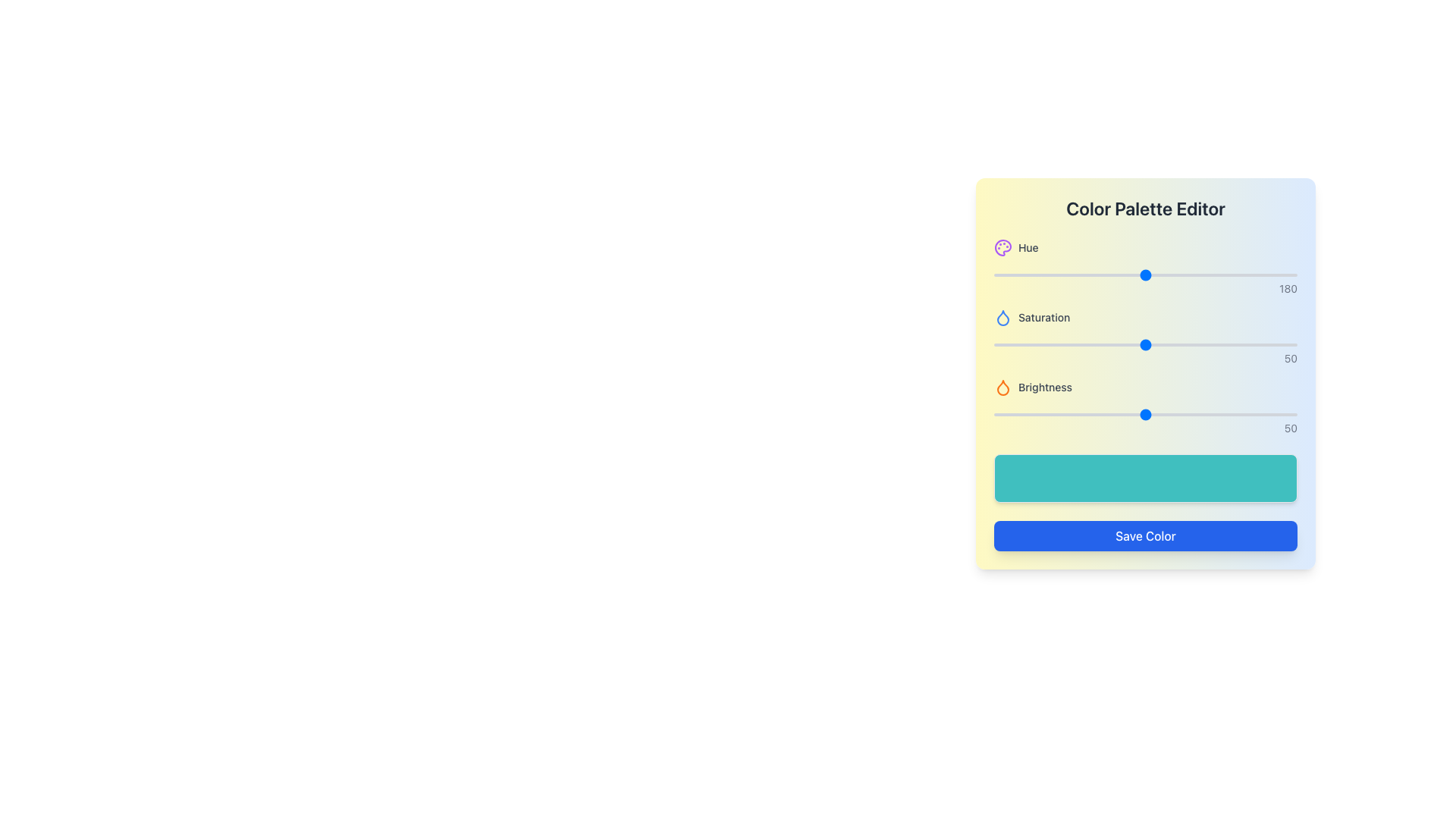  I want to click on brightness, so click(1190, 415).